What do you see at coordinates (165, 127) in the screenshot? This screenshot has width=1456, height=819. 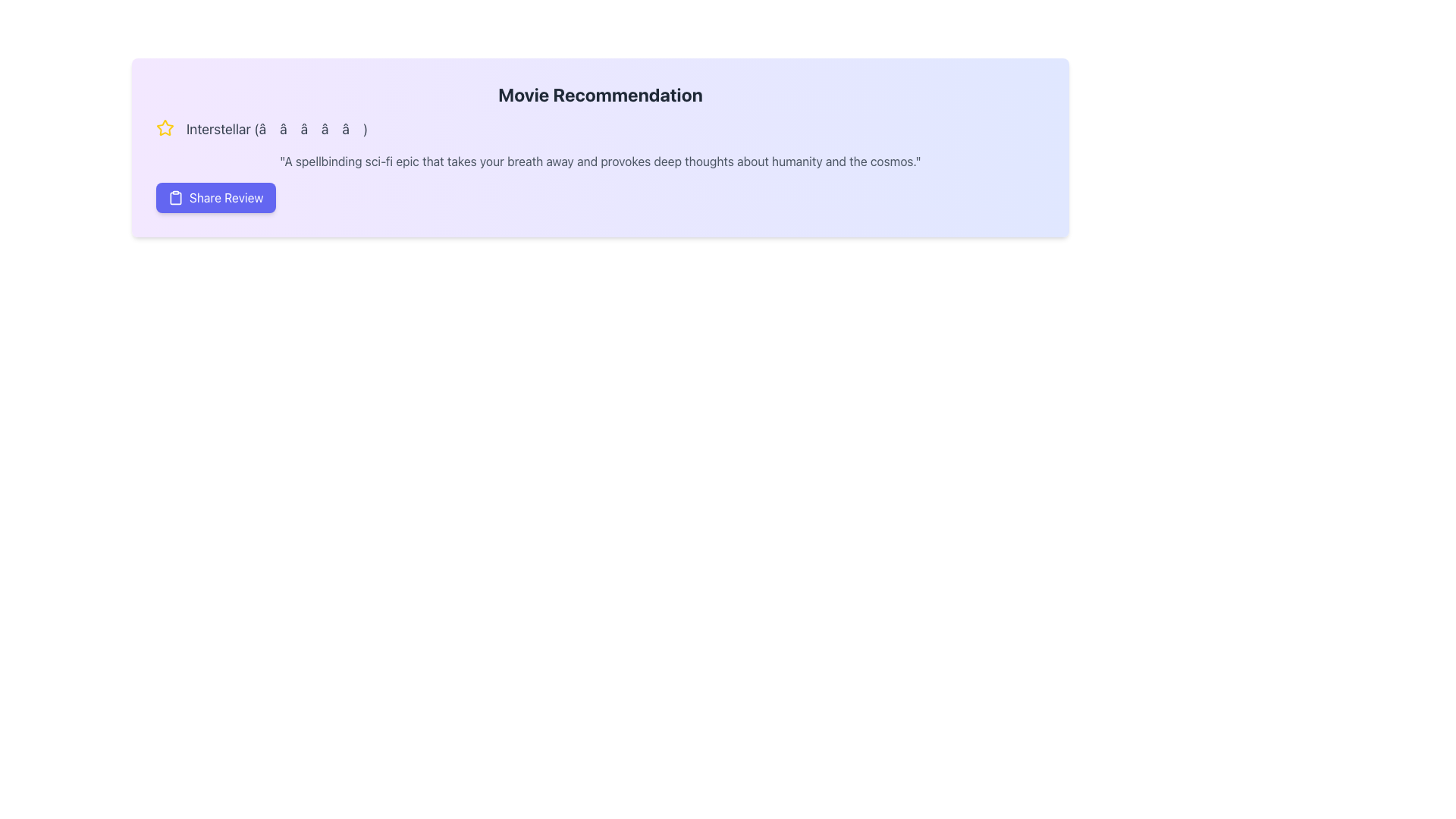 I see `the first star icon in the rating system` at bounding box center [165, 127].